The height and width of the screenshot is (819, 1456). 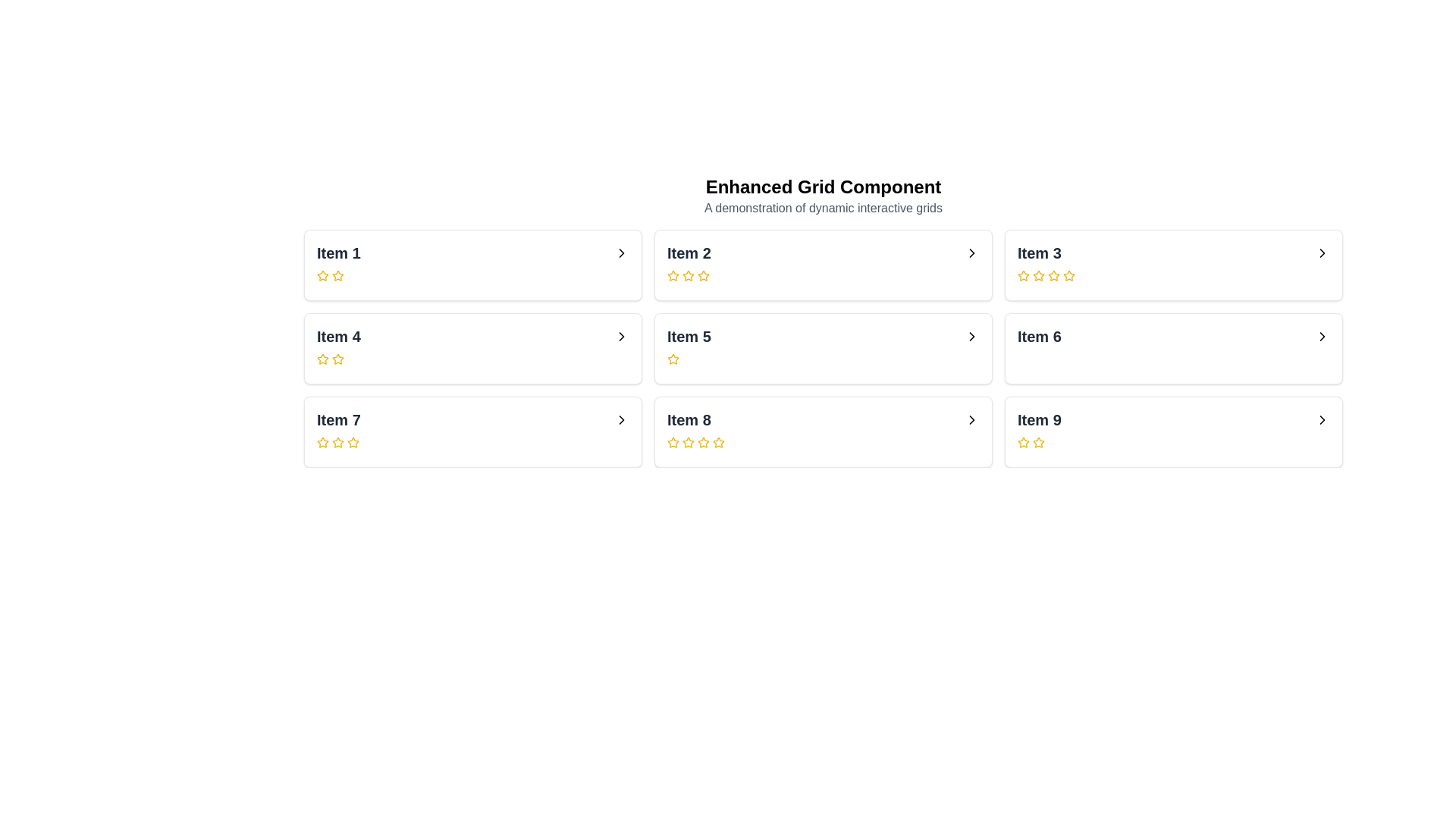 I want to click on the second star icon, so click(x=352, y=442).